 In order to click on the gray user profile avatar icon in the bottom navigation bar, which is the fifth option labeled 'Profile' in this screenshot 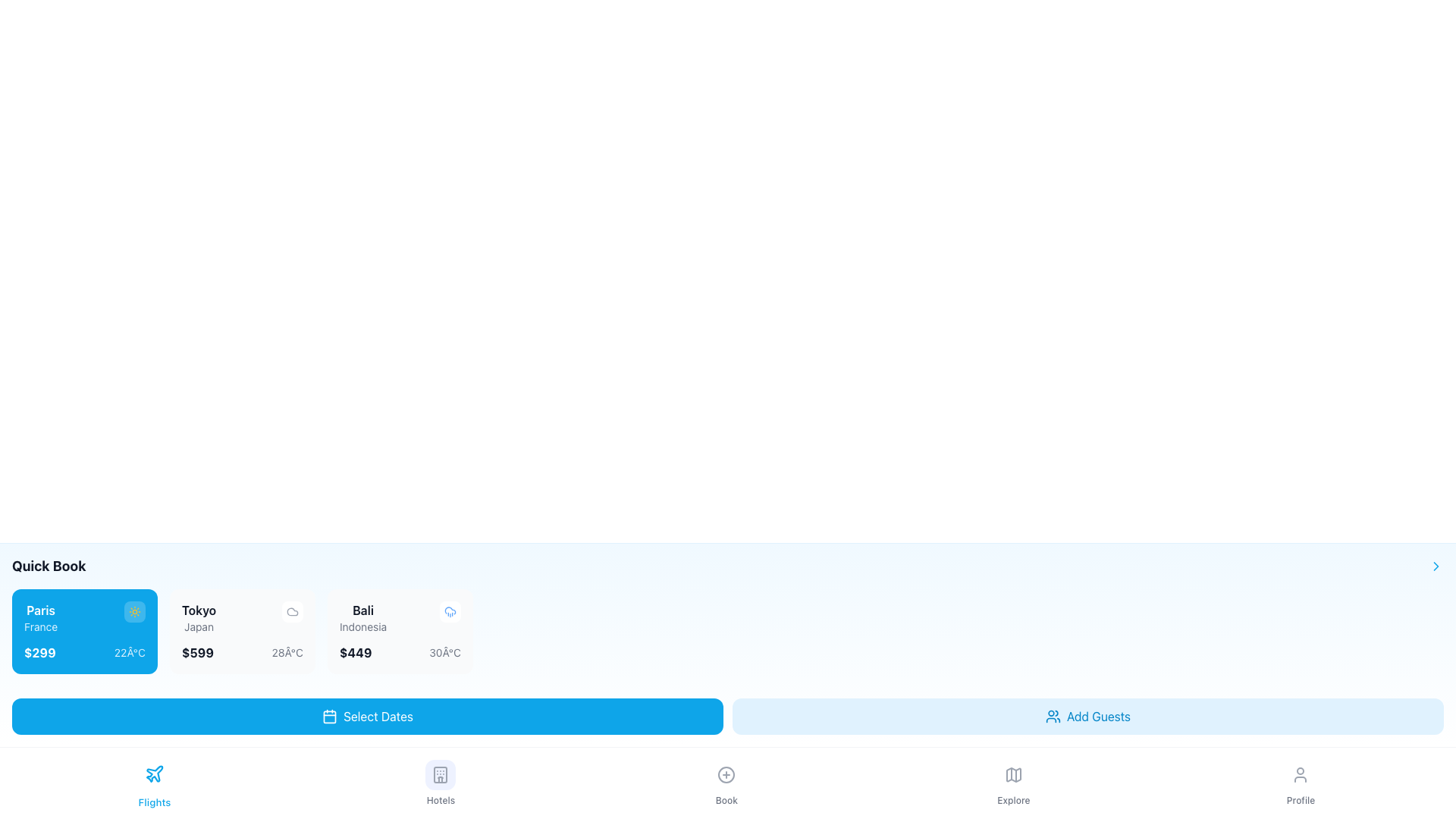, I will do `click(1300, 775)`.